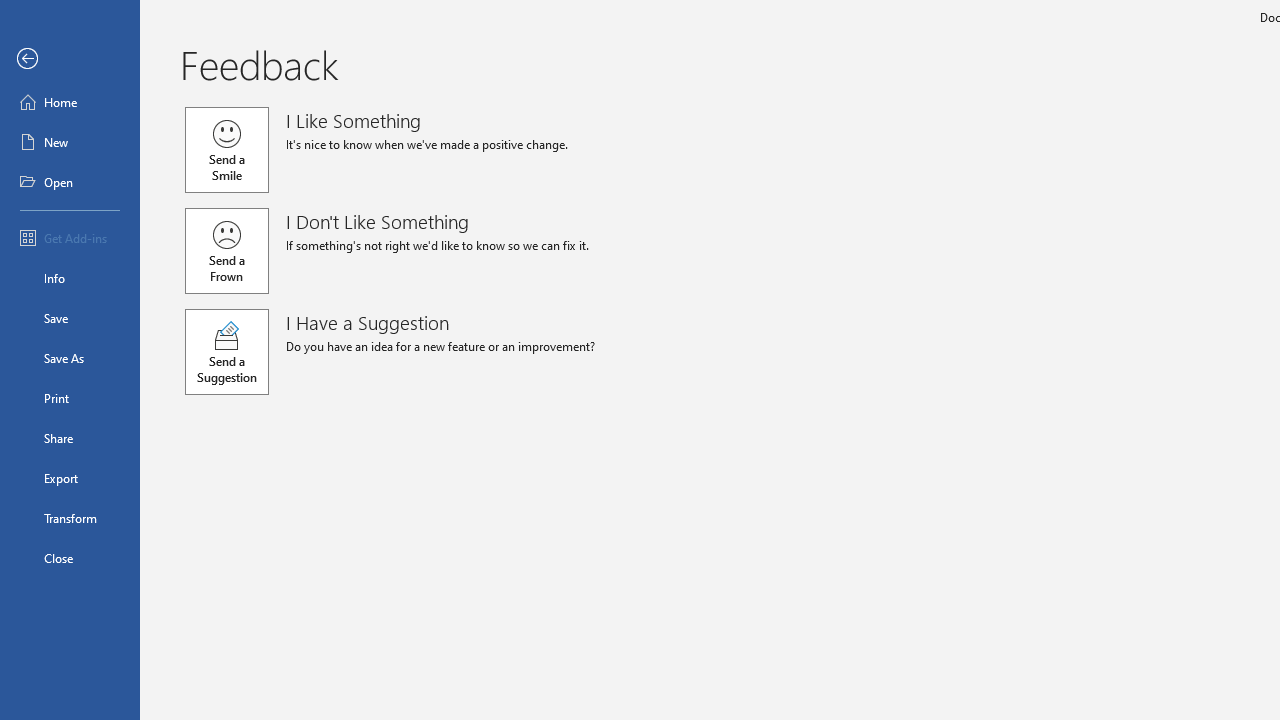 This screenshot has height=720, width=1280. Describe the element at coordinates (69, 277) in the screenshot. I see `'Info'` at that location.